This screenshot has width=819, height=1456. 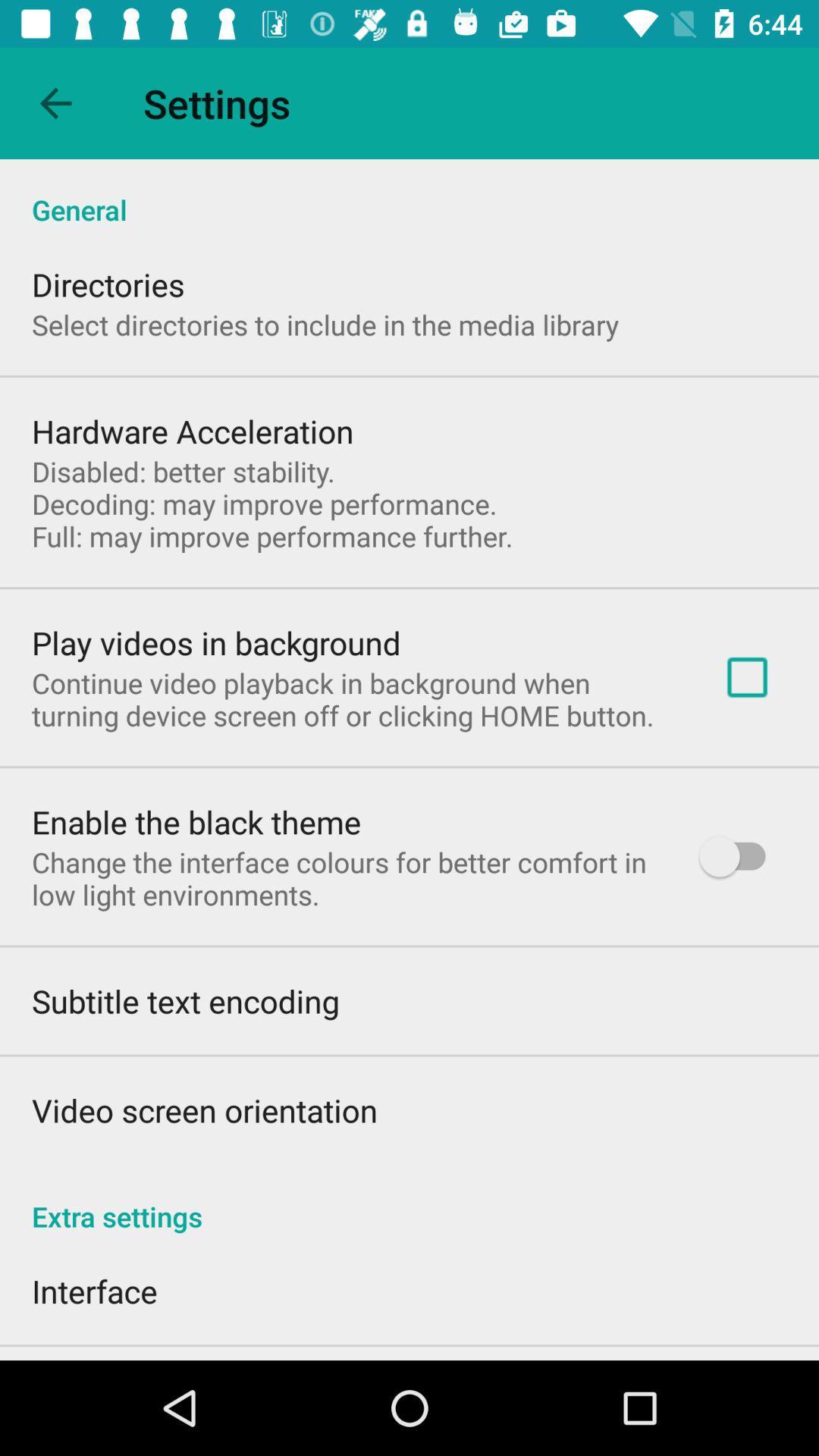 I want to click on the subtitle text encoding app, so click(x=184, y=1001).